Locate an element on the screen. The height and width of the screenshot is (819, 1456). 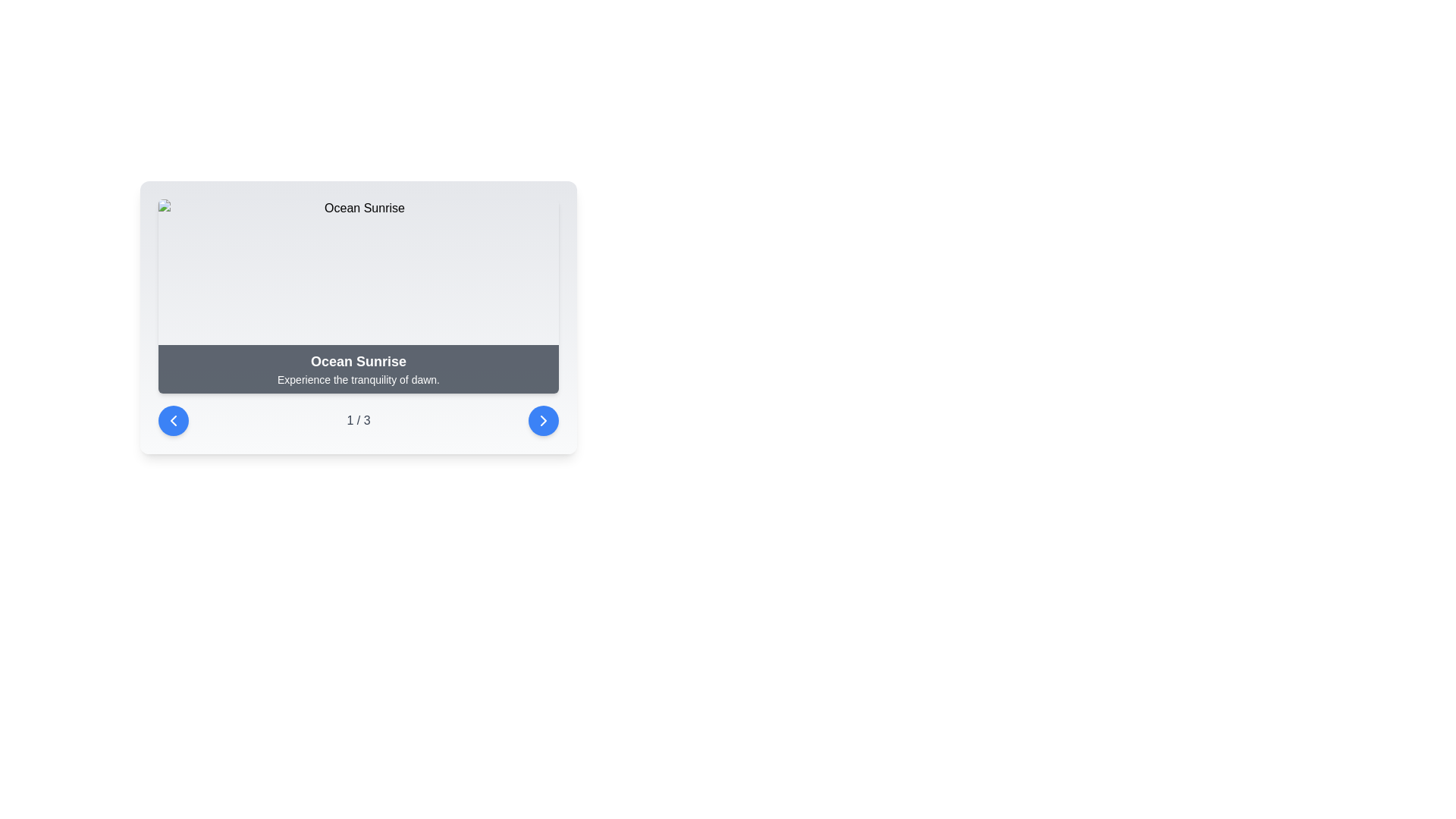
text content of the text component displaying 'Experience the tranquility of dawn.' located below the bold title 'Ocean Sunrise.' is located at coordinates (358, 379).